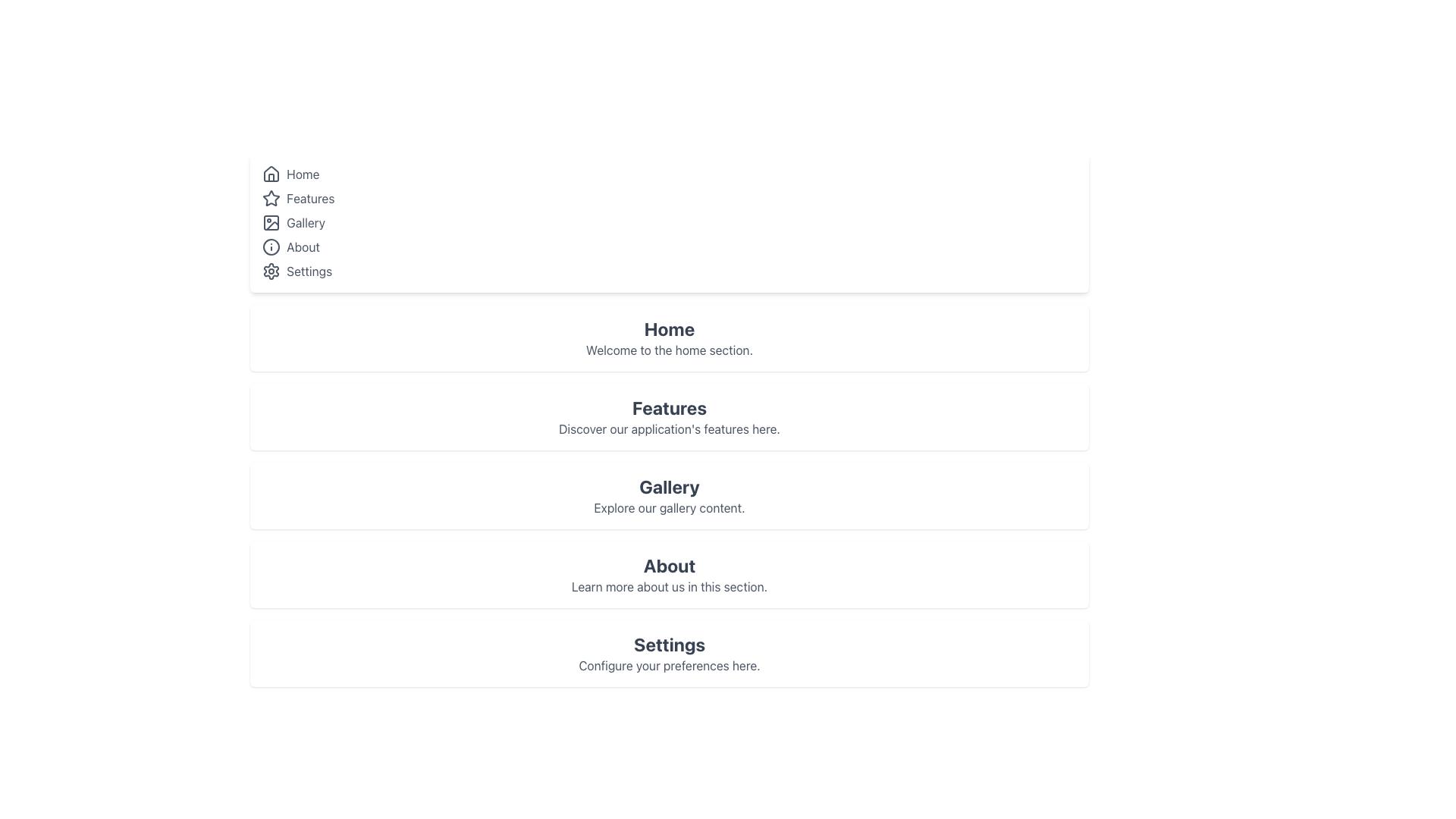 The height and width of the screenshot is (819, 1456). I want to click on the 'Gallery' text label, which is the third item in the vertical navigation list, located beneath 'Features' and above 'About', displayed in dark gray, so click(305, 222).